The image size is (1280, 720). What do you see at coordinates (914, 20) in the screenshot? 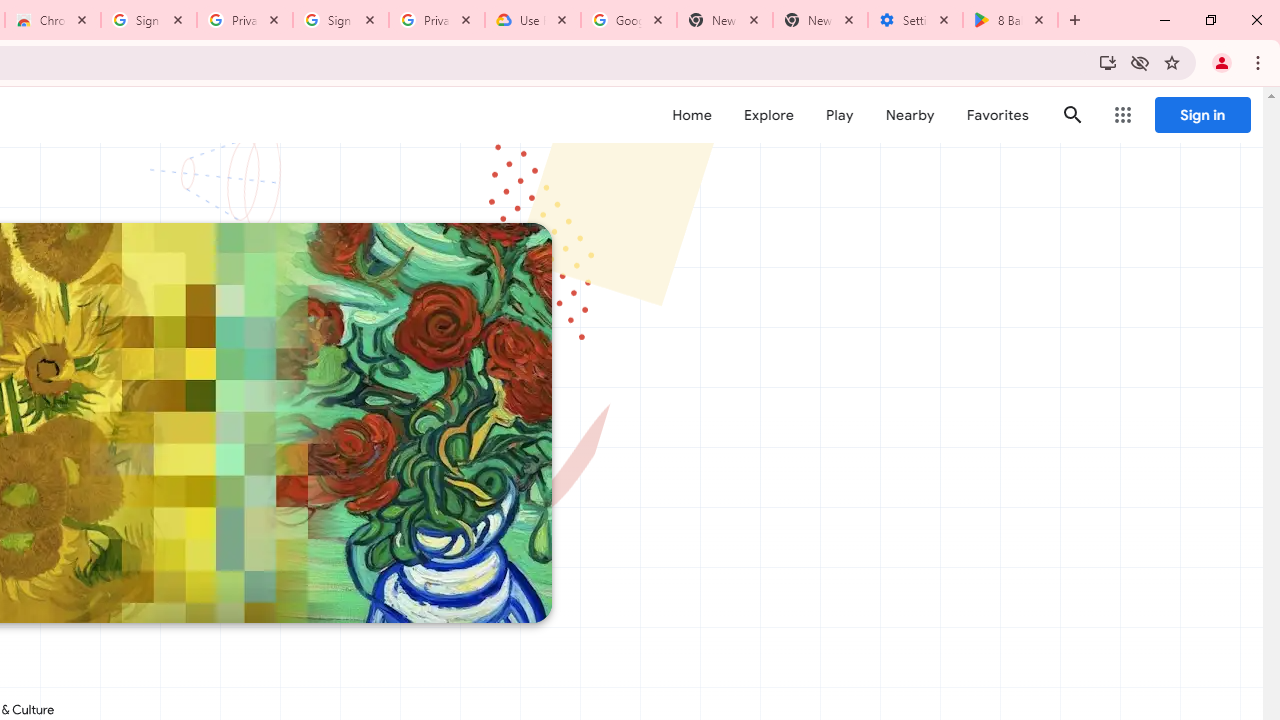
I see `'Settings - System'` at bounding box center [914, 20].